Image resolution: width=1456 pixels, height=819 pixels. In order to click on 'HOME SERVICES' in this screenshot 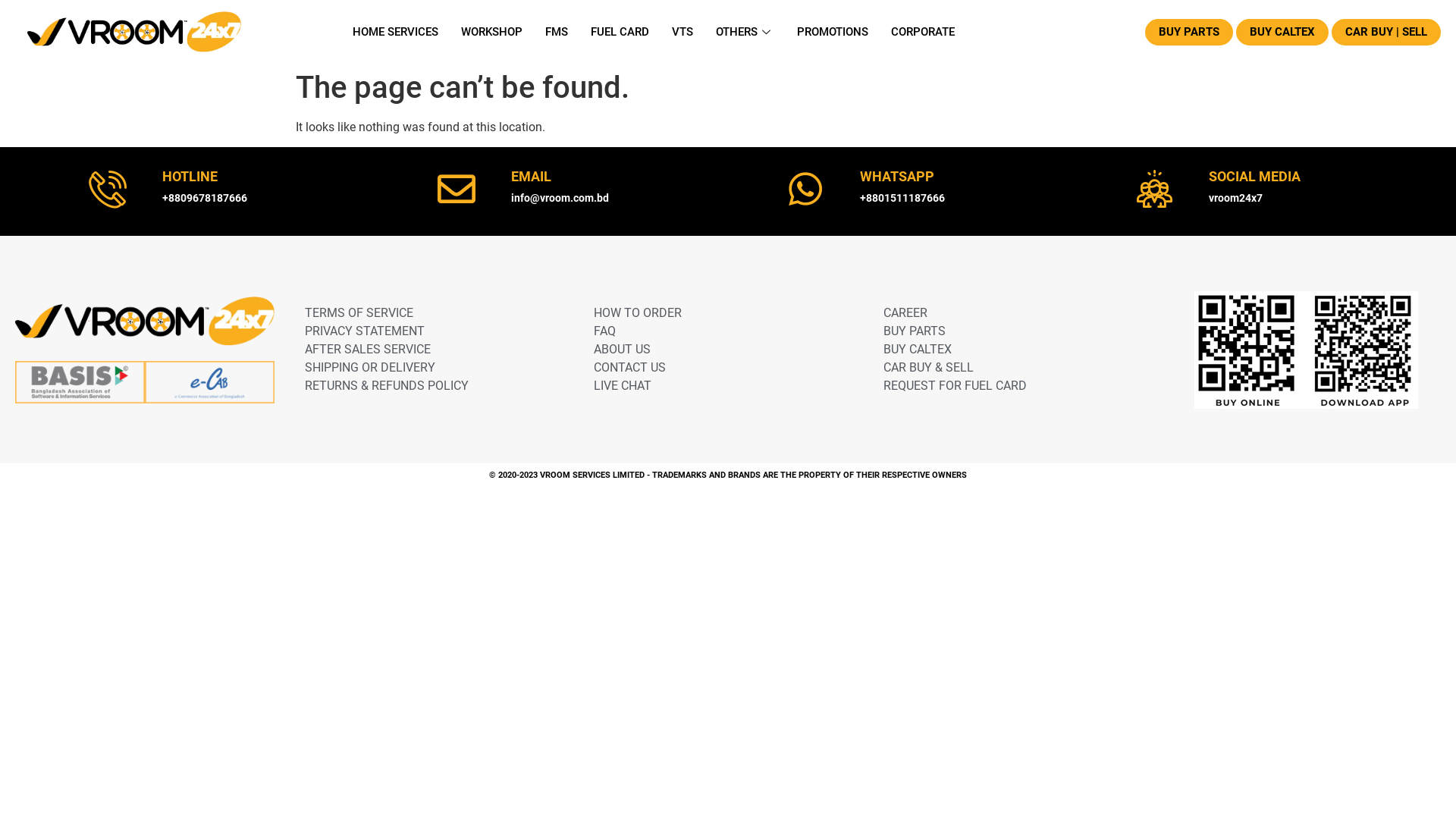, I will do `click(395, 32)`.